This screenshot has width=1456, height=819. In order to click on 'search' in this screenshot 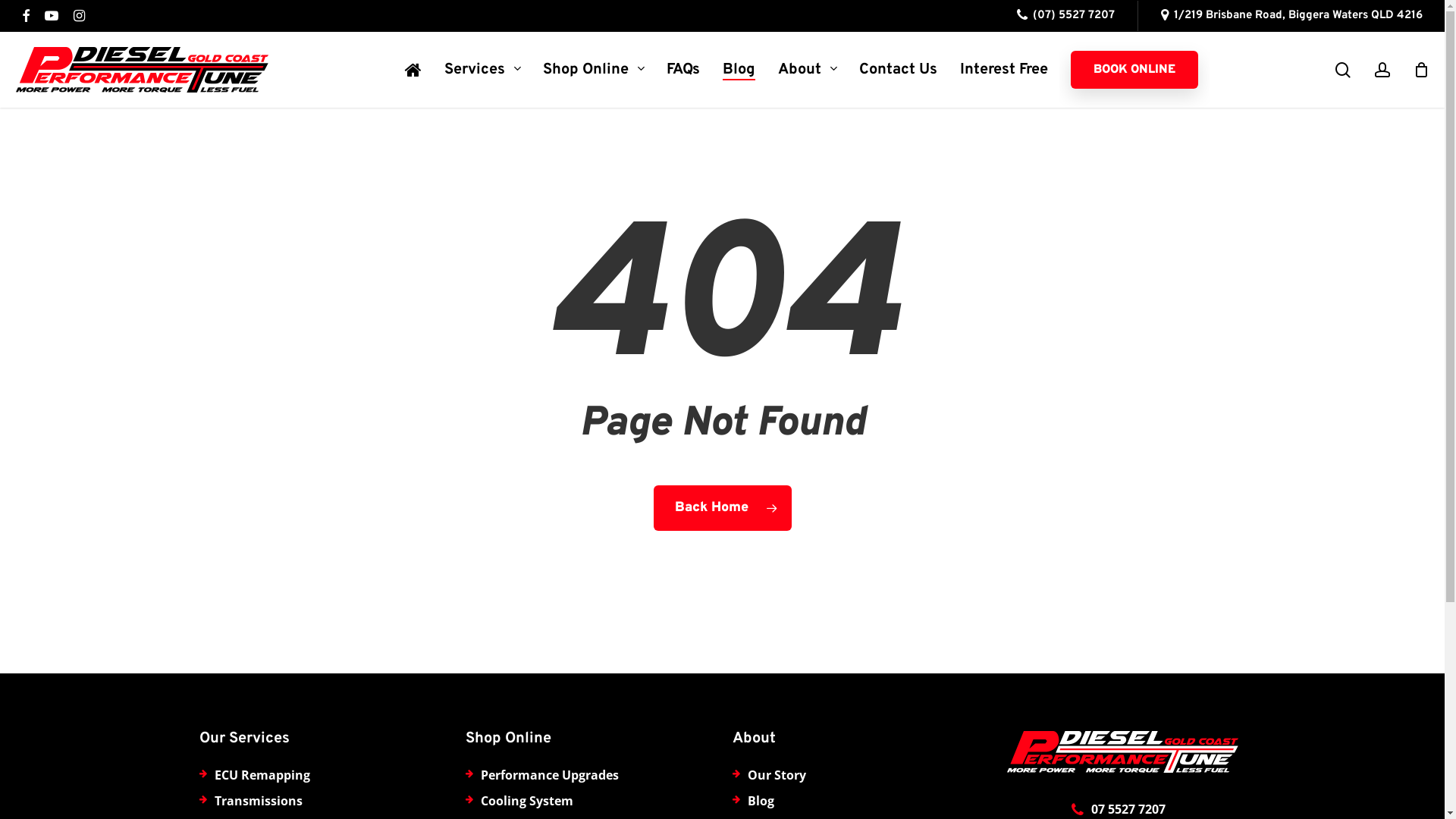, I will do `click(1343, 70)`.